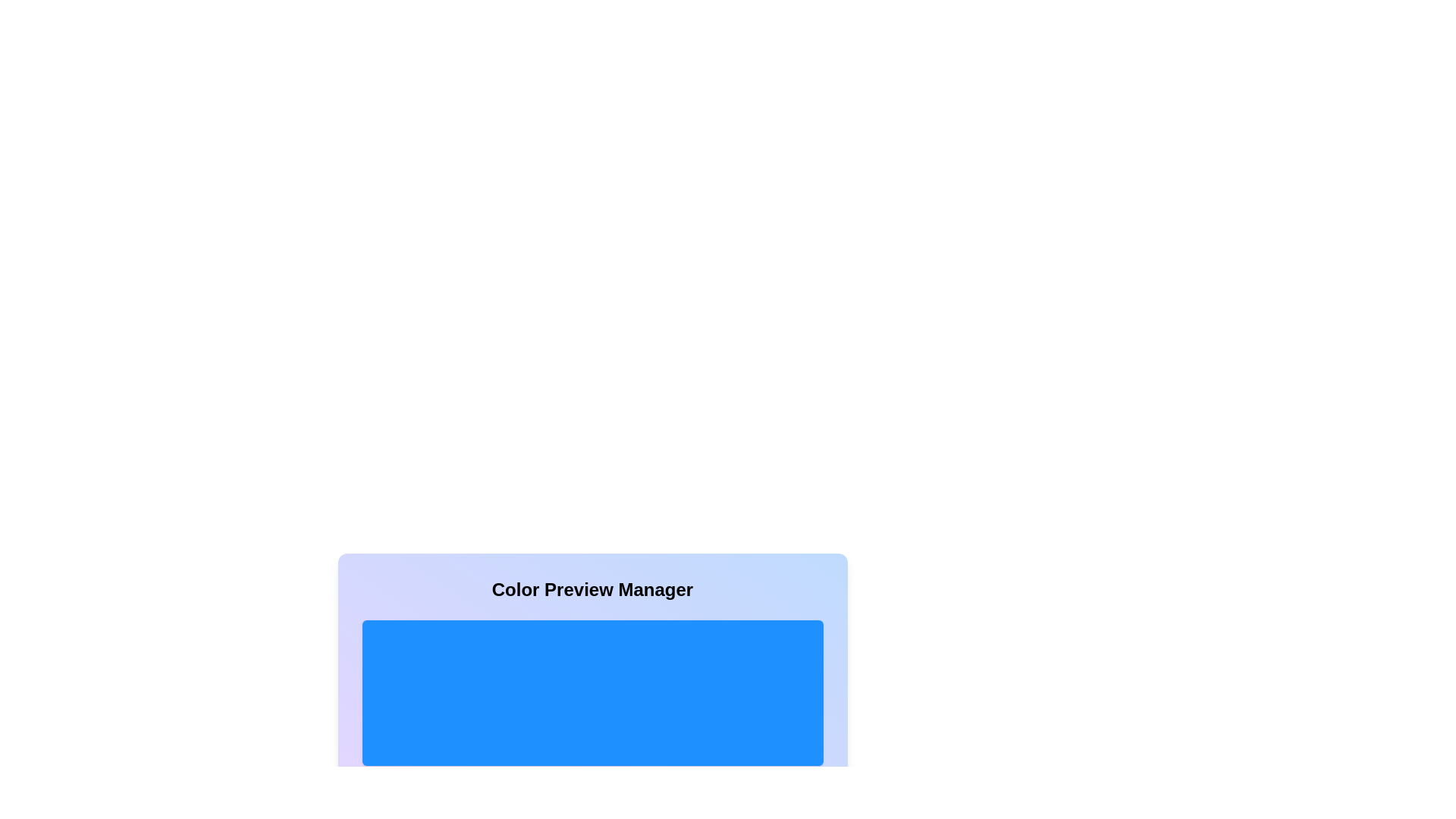  I want to click on the header text element that indicates the purpose of managing color previews, which is centrally aligned above a large blue rectangular visual element, so click(591, 589).